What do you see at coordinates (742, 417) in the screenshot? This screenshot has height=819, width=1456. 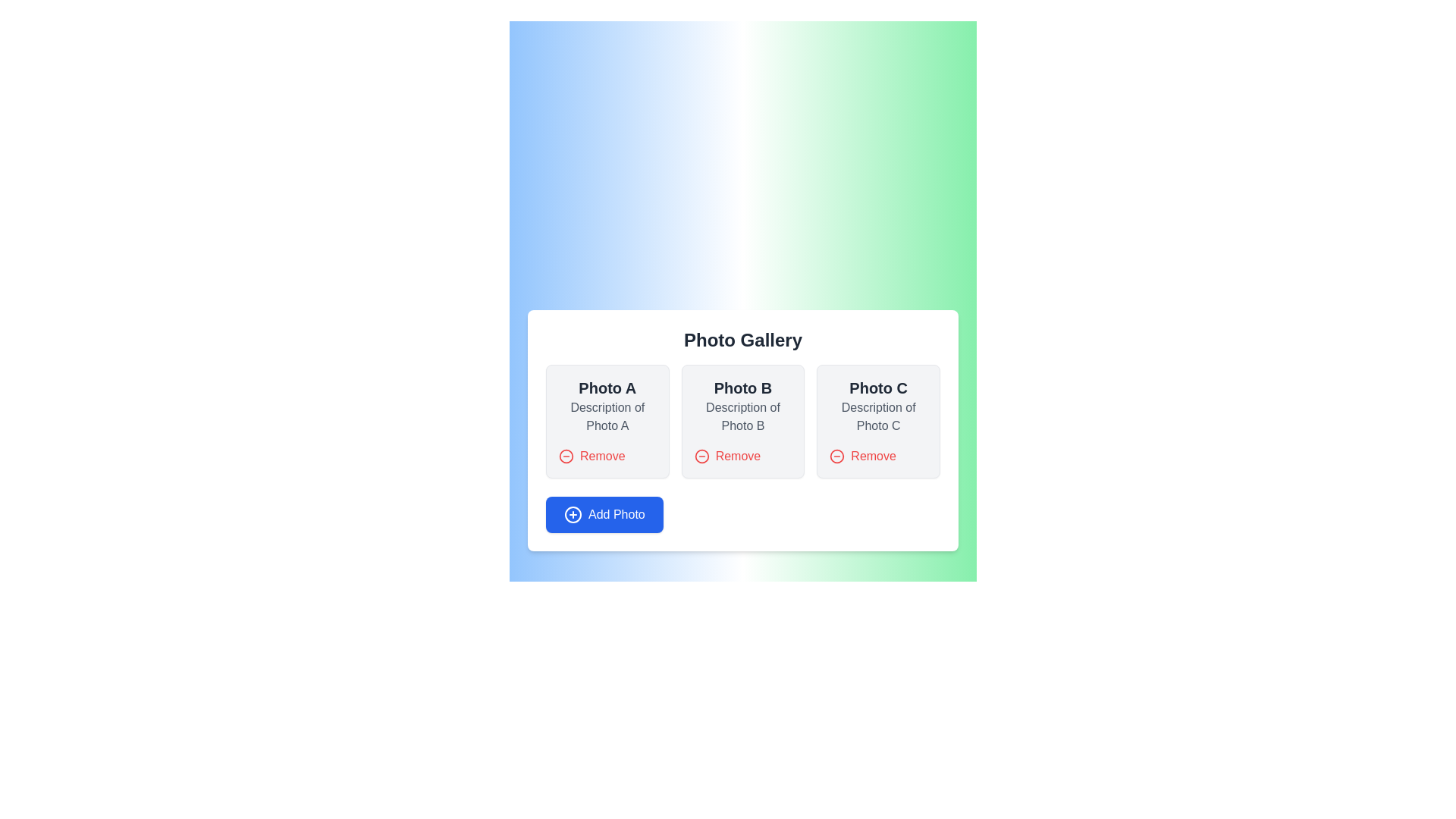 I see `text content of the label displaying 'Description of Photo B', which is located beneath the title 'Photo B' and above the 'Remove' button in the card interface` at bounding box center [742, 417].